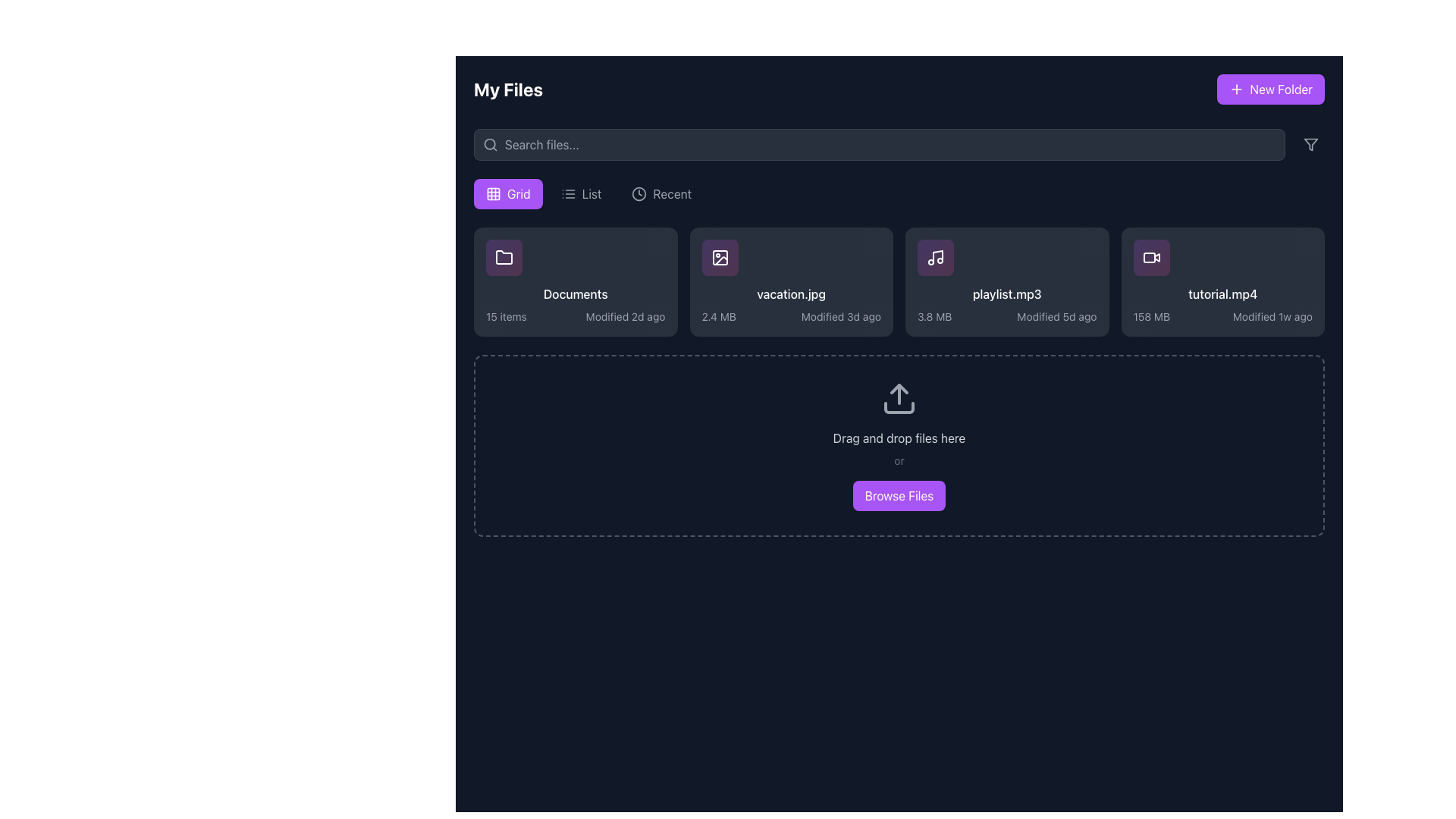 This screenshot has width=1456, height=819. I want to click on the text field displaying 'Modified 2d ago', so click(626, 315).